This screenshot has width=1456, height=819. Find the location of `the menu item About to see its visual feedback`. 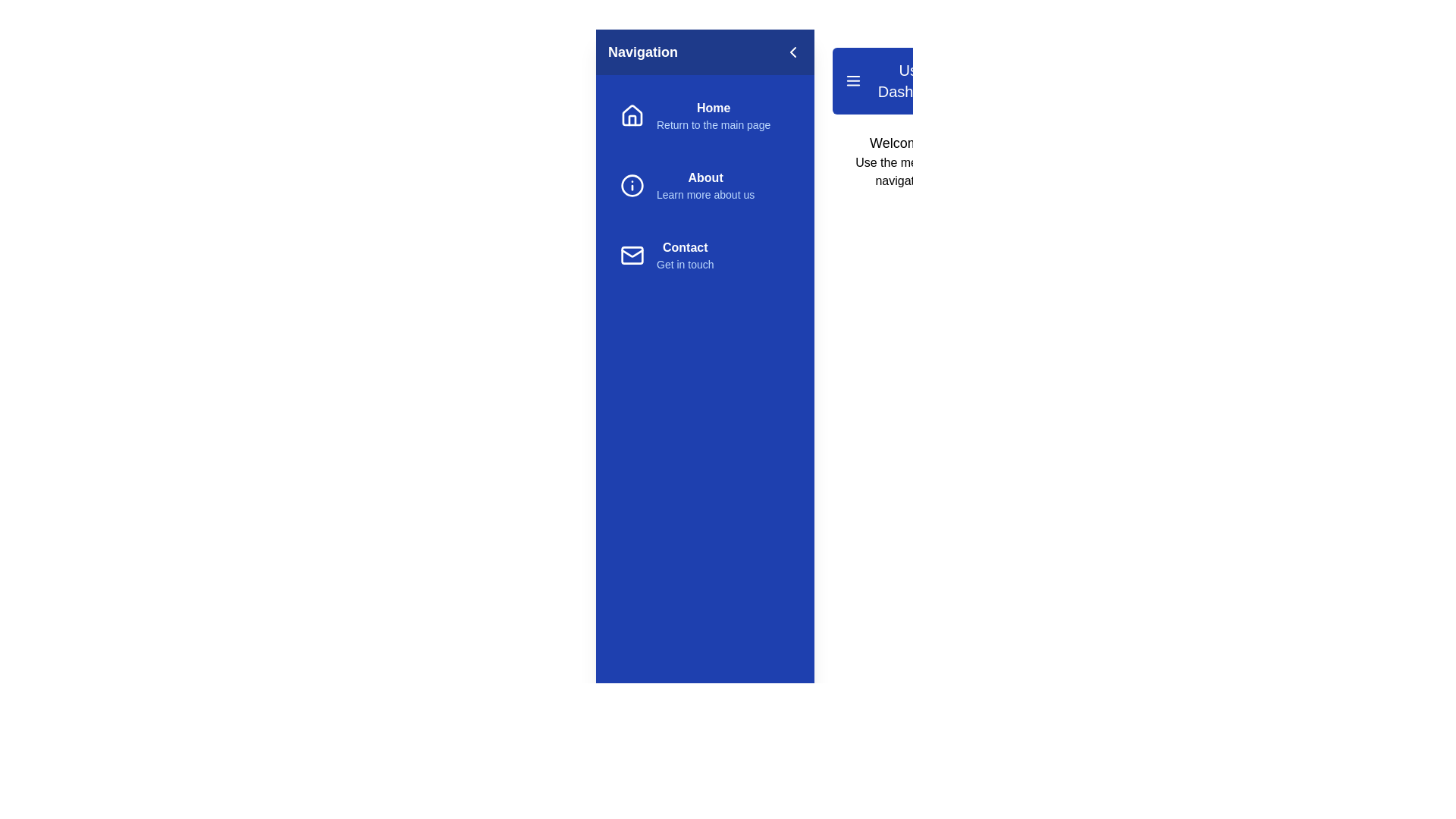

the menu item About to see its visual feedback is located at coordinates (704, 185).